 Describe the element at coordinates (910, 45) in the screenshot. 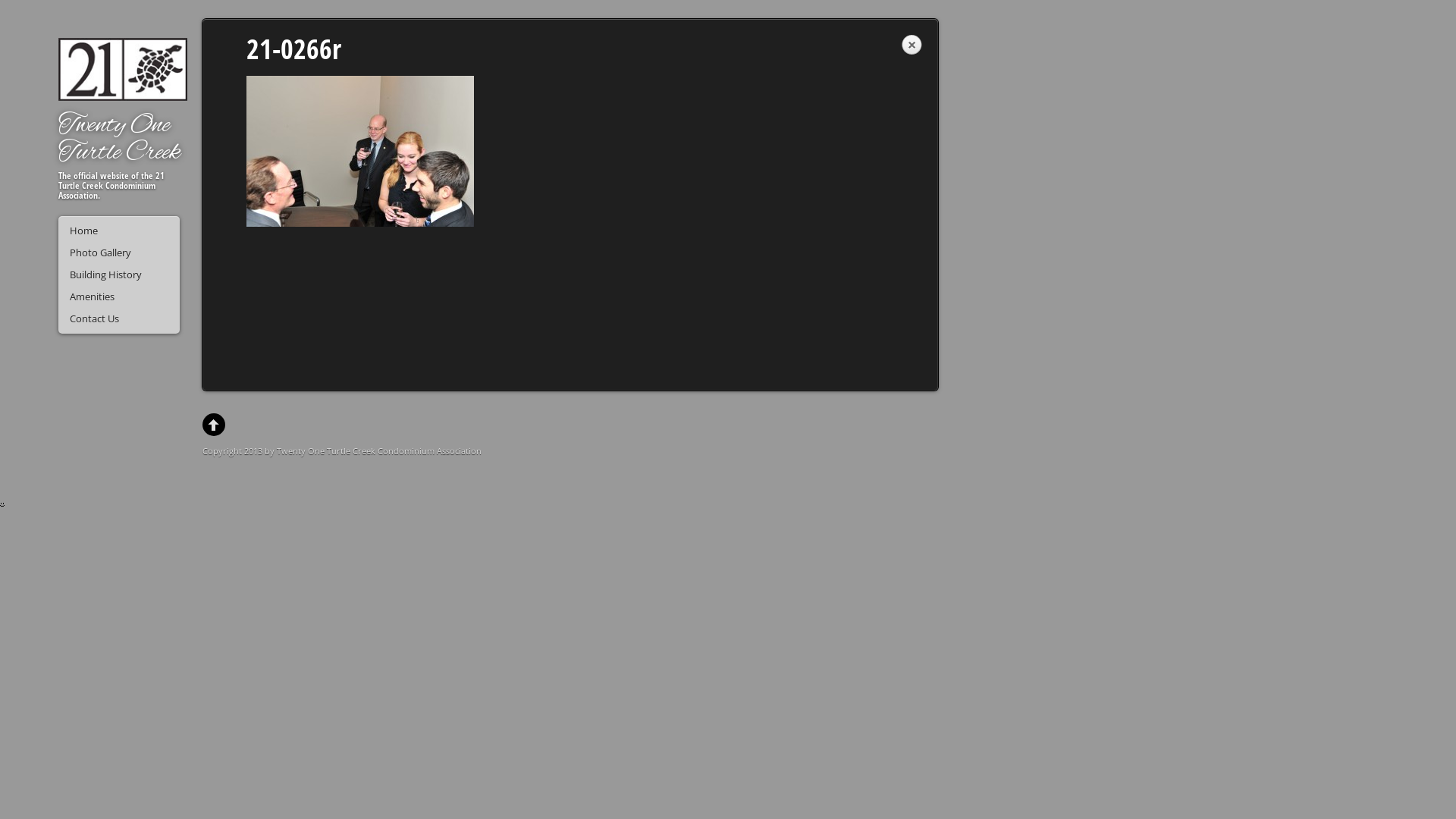

I see `'Close'` at that location.